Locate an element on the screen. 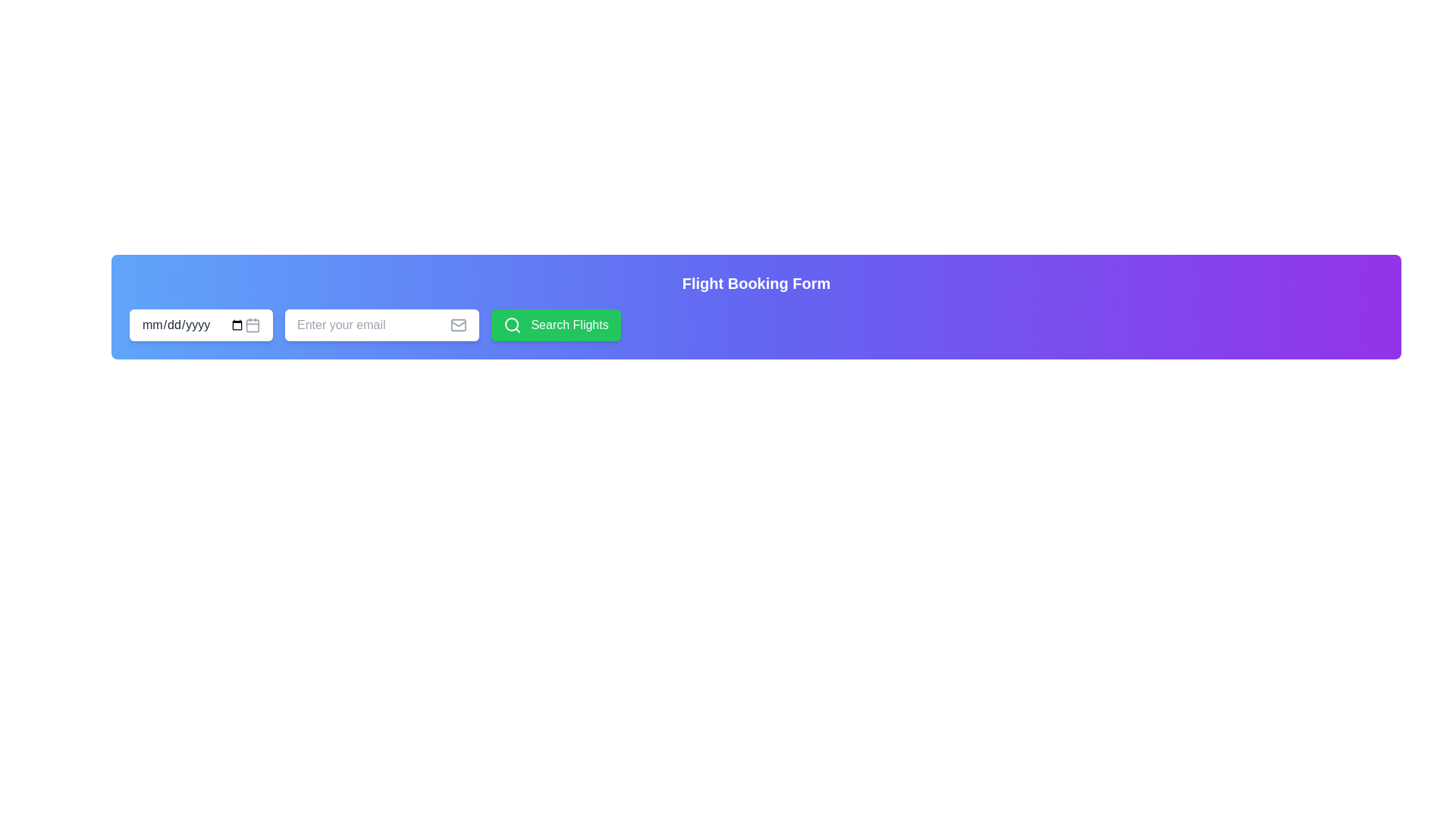  the calendar icon, which is gray and borderless, located to the right of the date input field with the placeholder 'mm/dd/yyyy' is located at coordinates (253, 324).